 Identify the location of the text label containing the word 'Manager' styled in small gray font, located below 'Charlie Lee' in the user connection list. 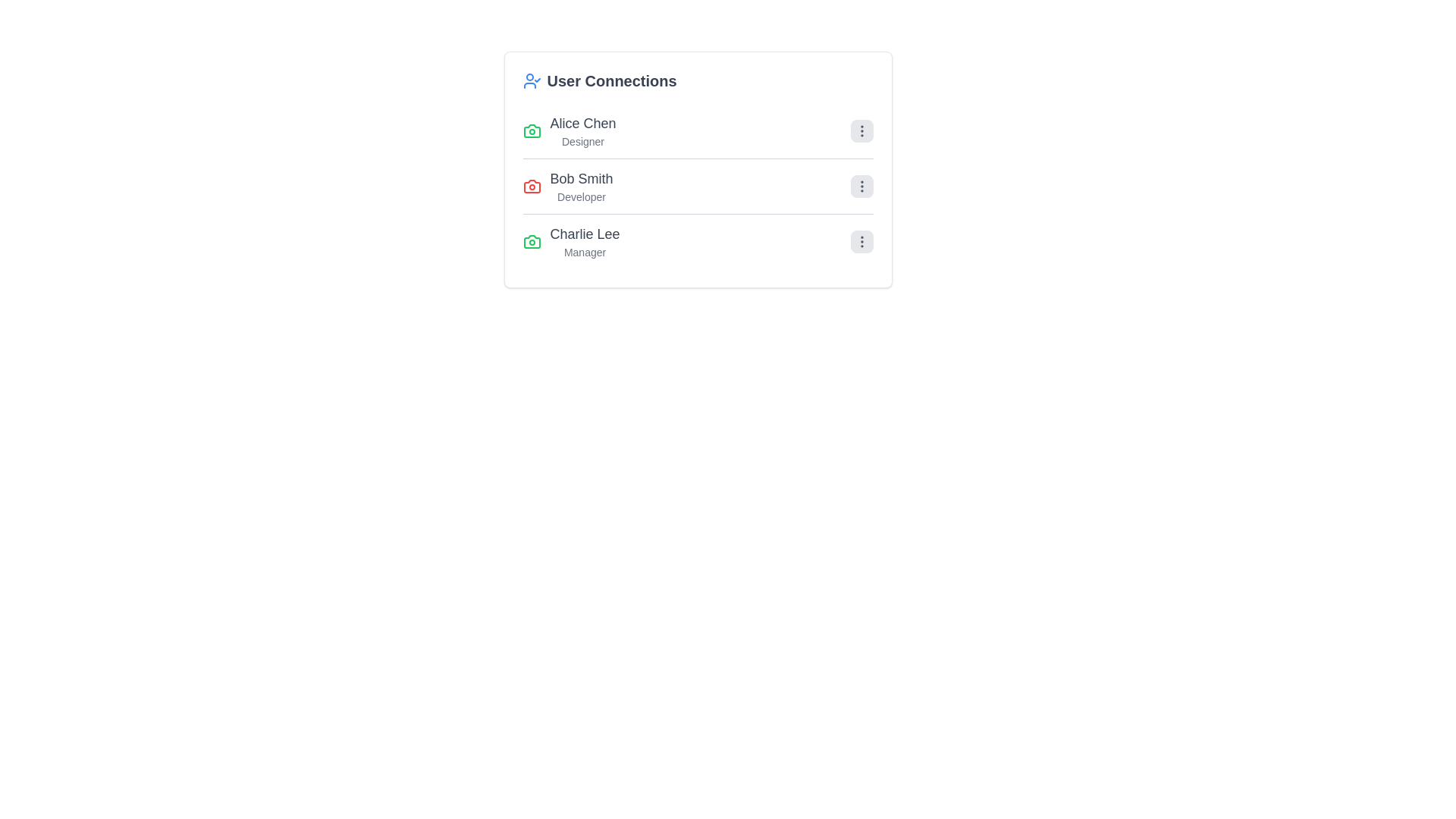
(584, 251).